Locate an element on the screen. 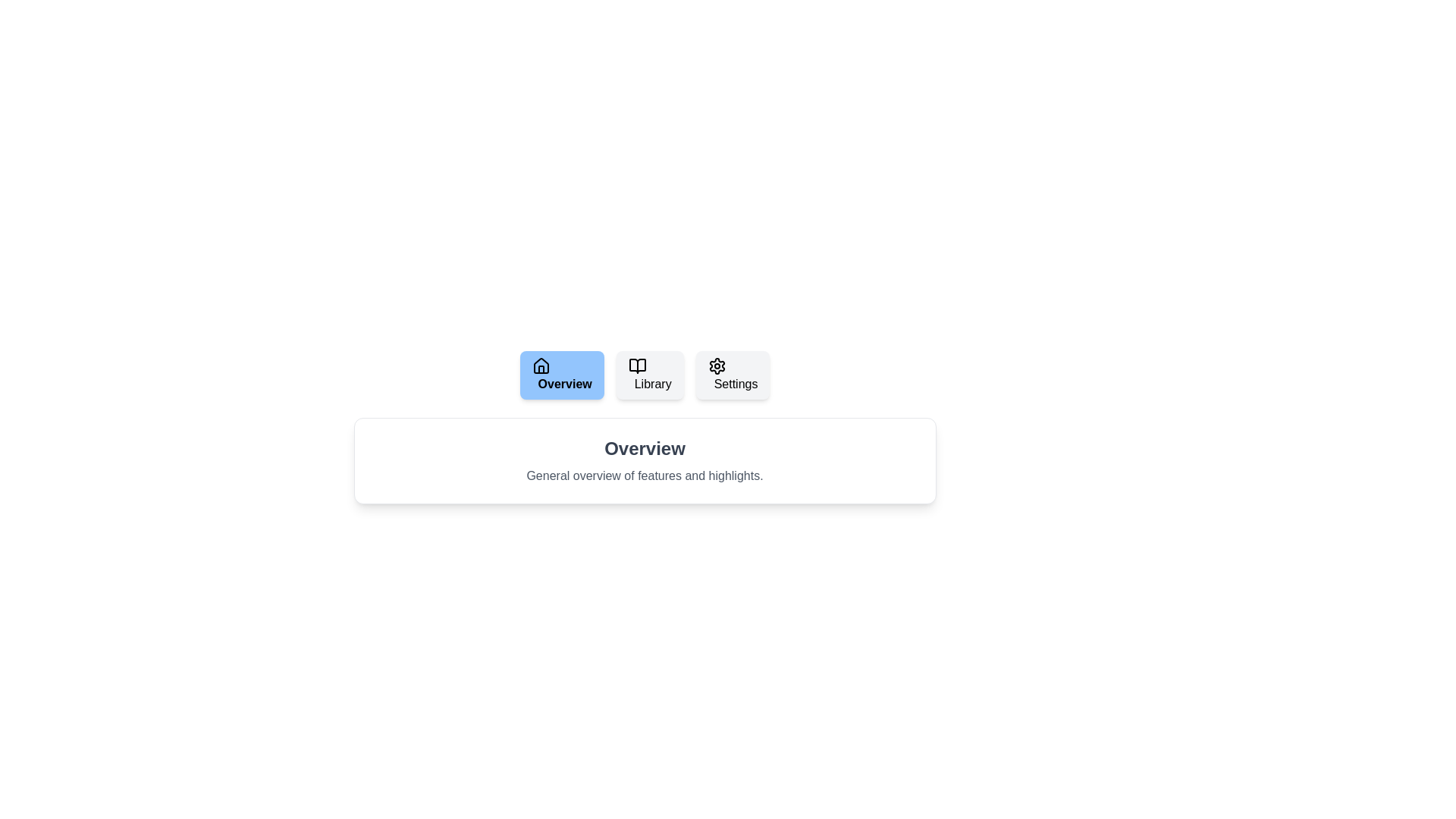 Image resolution: width=1456 pixels, height=819 pixels. the tab labeled Settings to switch to that tab is located at coordinates (733, 375).